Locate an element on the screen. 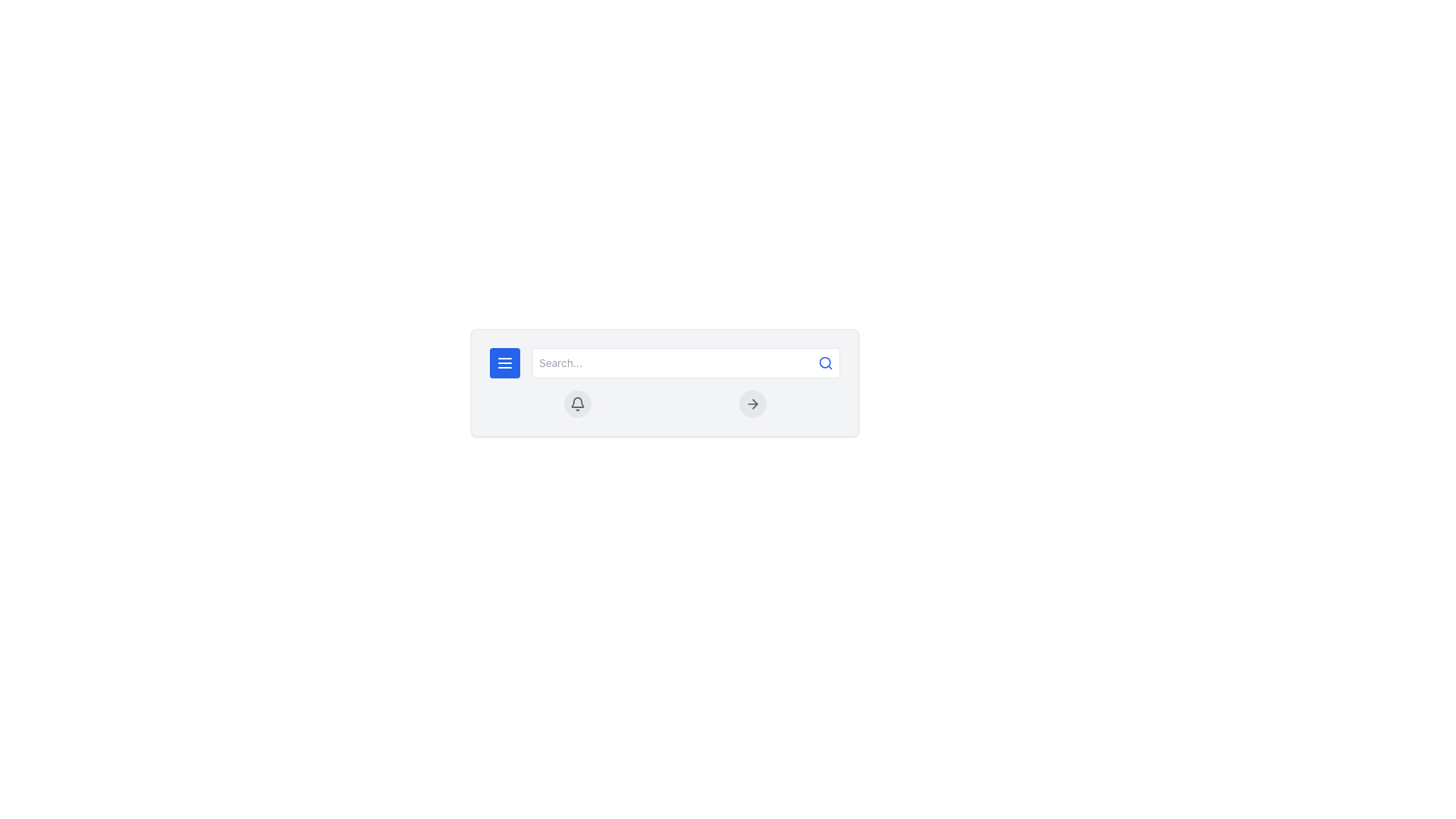 This screenshot has width=1456, height=819. the blue menu toggle icon located at the top-left of the search bar is located at coordinates (505, 362).